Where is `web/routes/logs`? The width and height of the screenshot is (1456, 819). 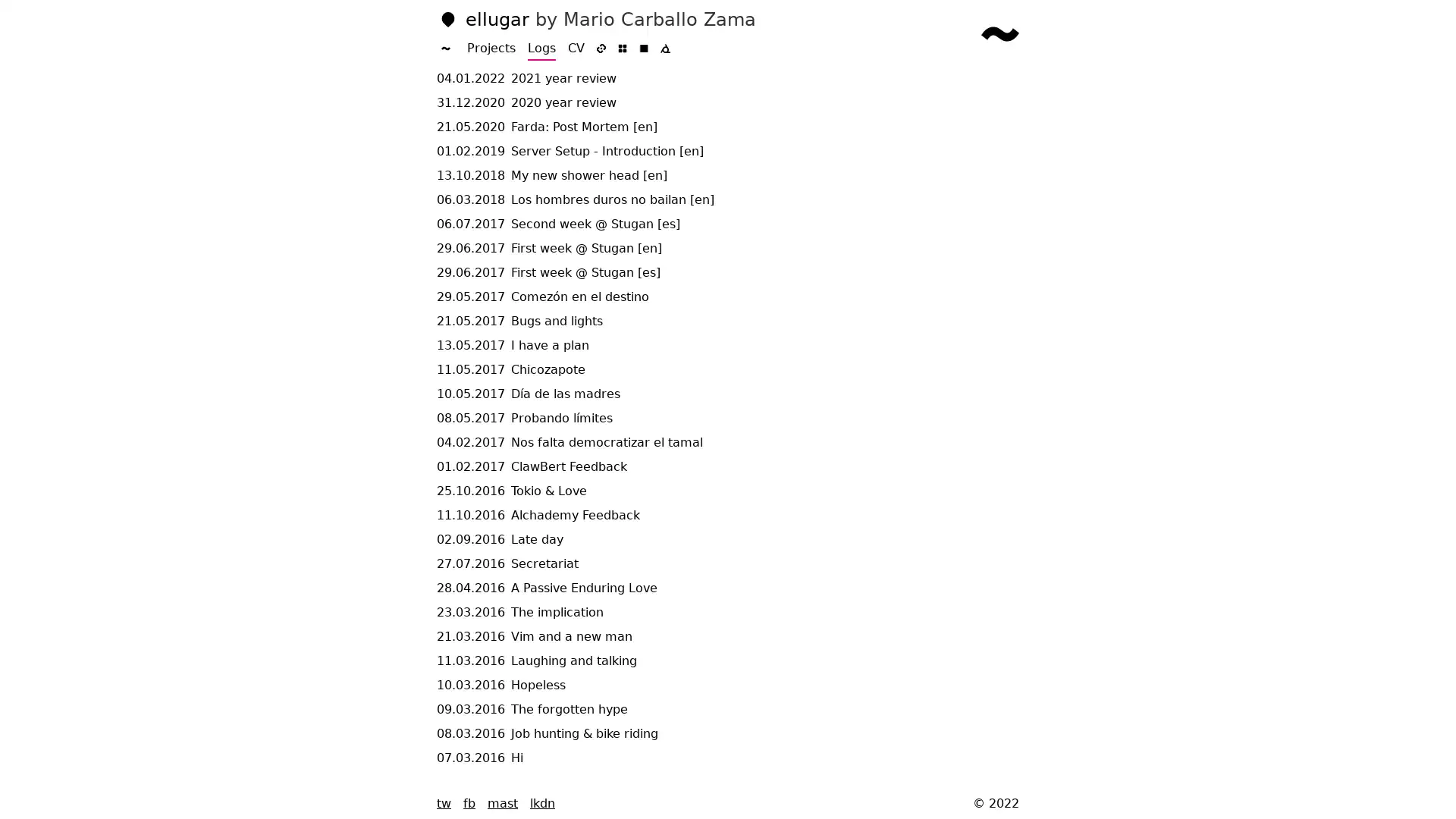 web/routes/logs is located at coordinates (1000, 35).